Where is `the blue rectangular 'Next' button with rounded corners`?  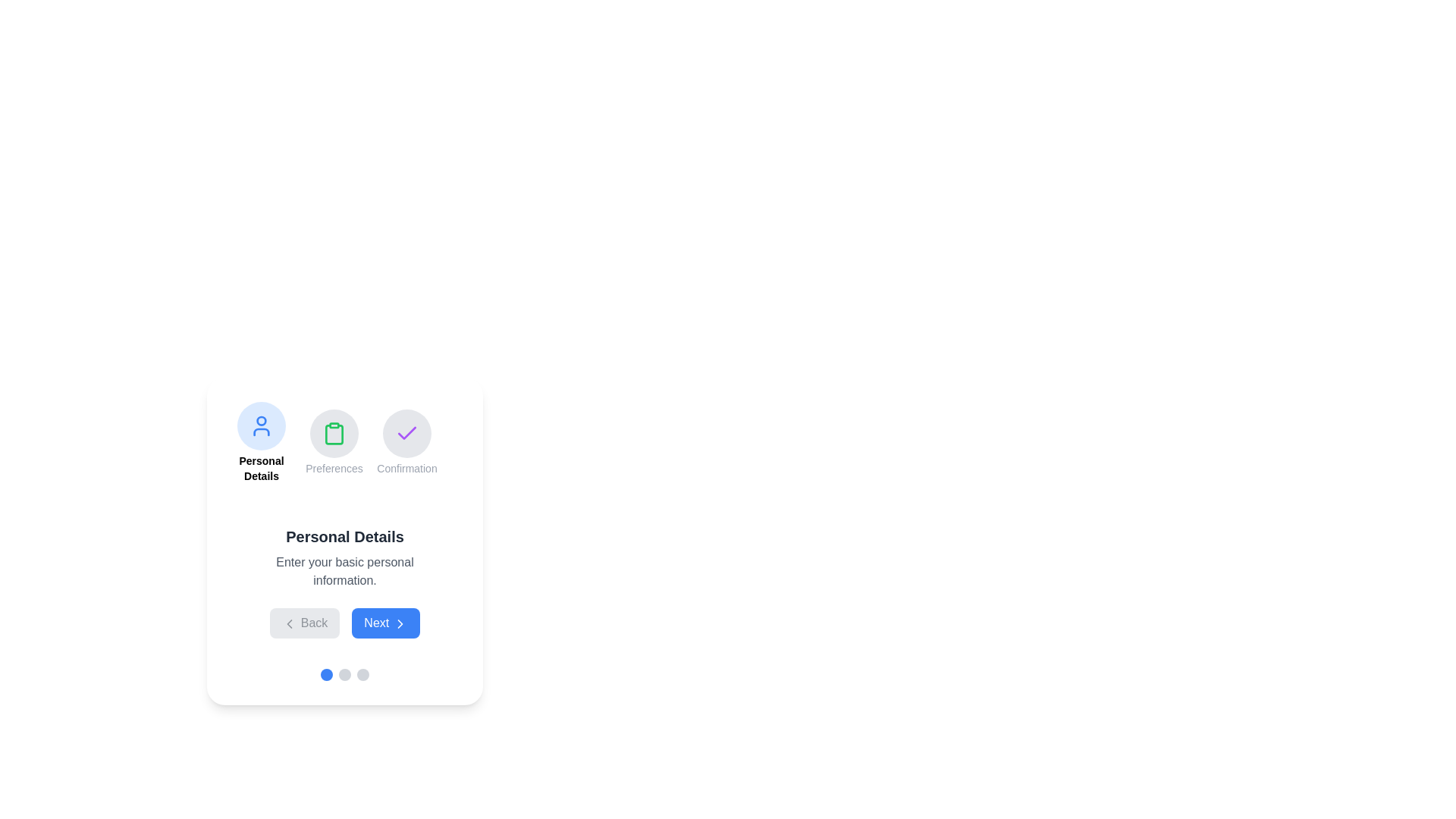 the blue rectangular 'Next' button with rounded corners is located at coordinates (385, 623).